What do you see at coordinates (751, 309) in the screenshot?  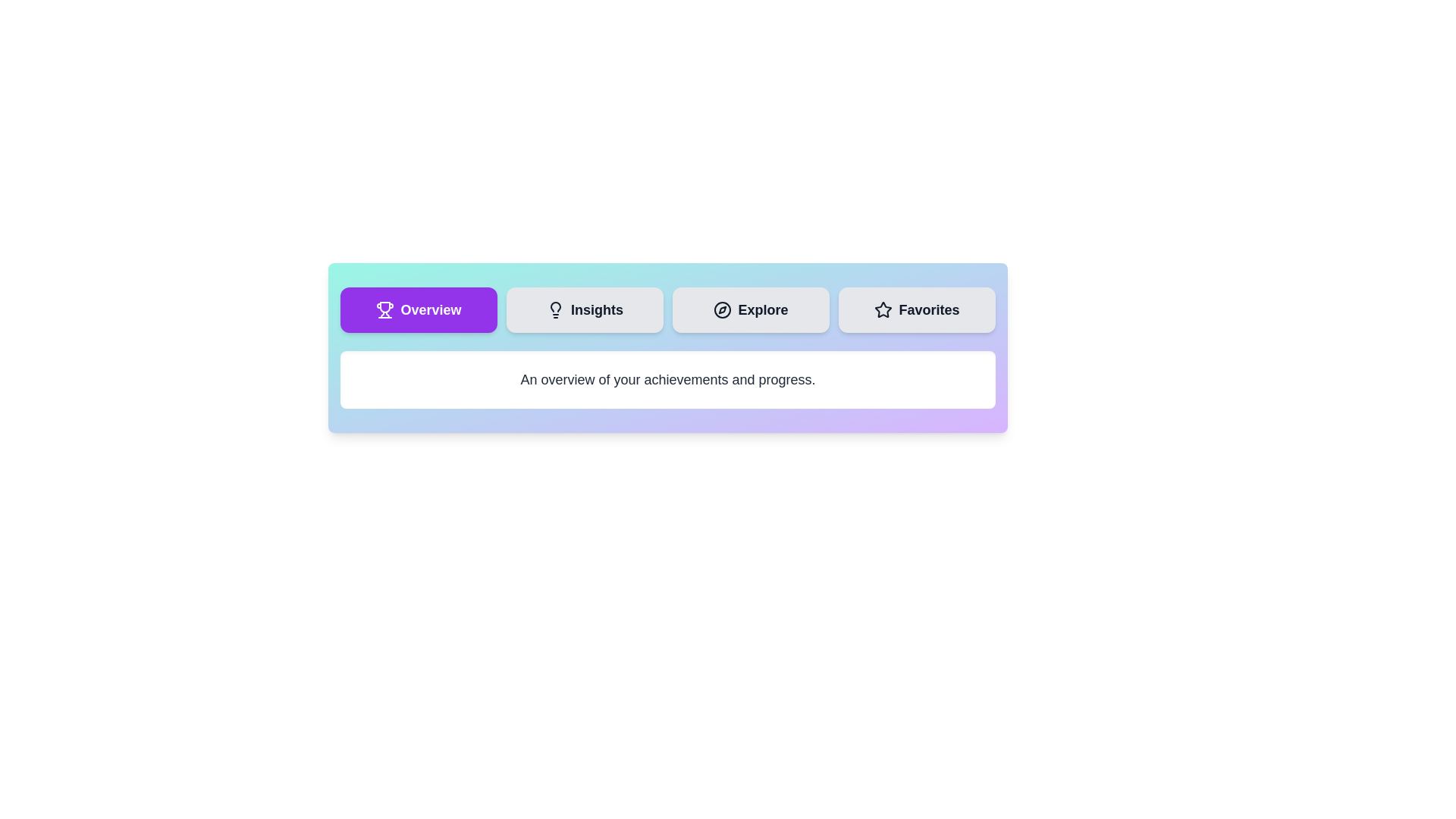 I see `the Explore tab to view its content` at bounding box center [751, 309].